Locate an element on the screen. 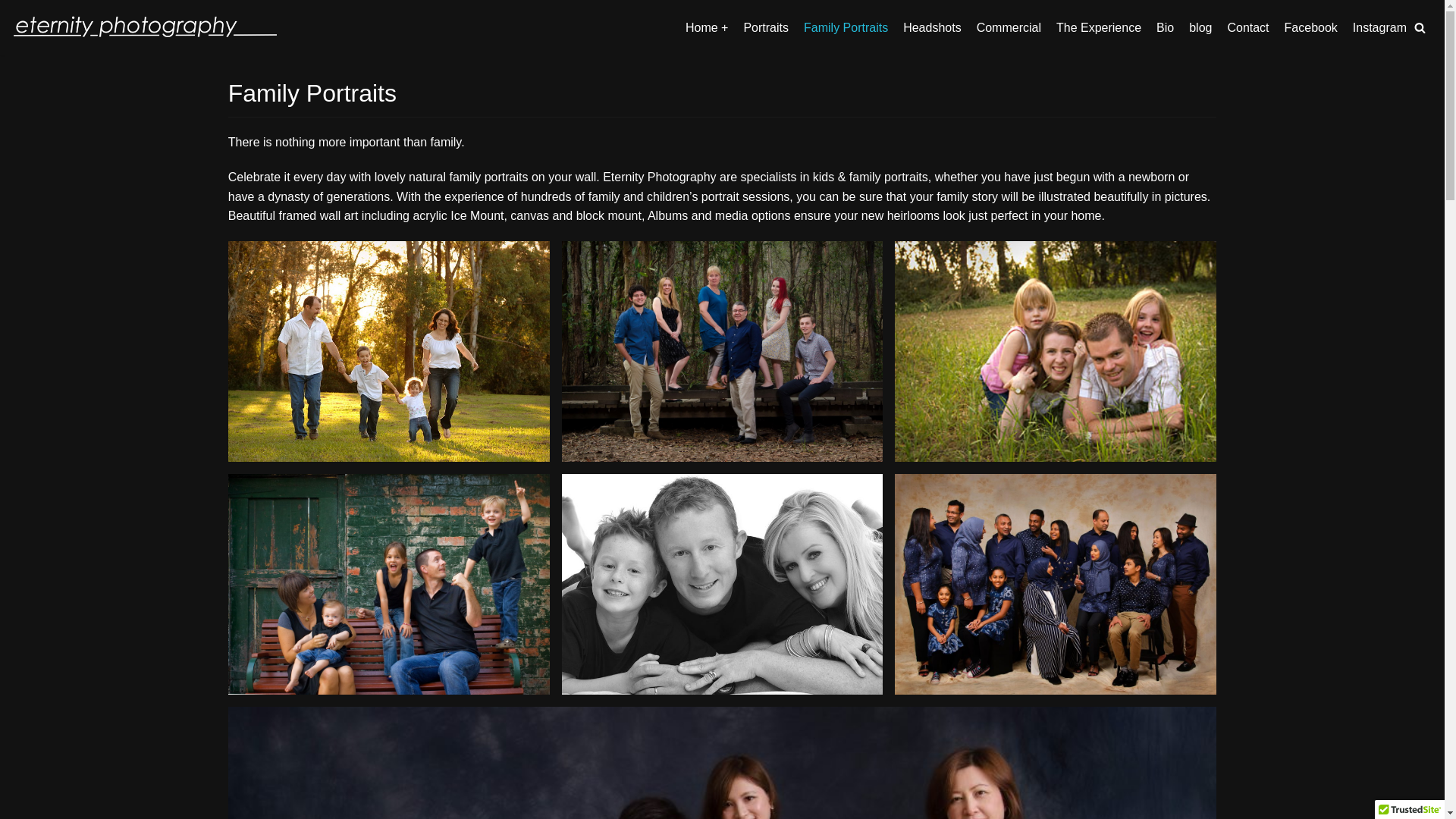  'Family Portraits' is located at coordinates (845, 28).